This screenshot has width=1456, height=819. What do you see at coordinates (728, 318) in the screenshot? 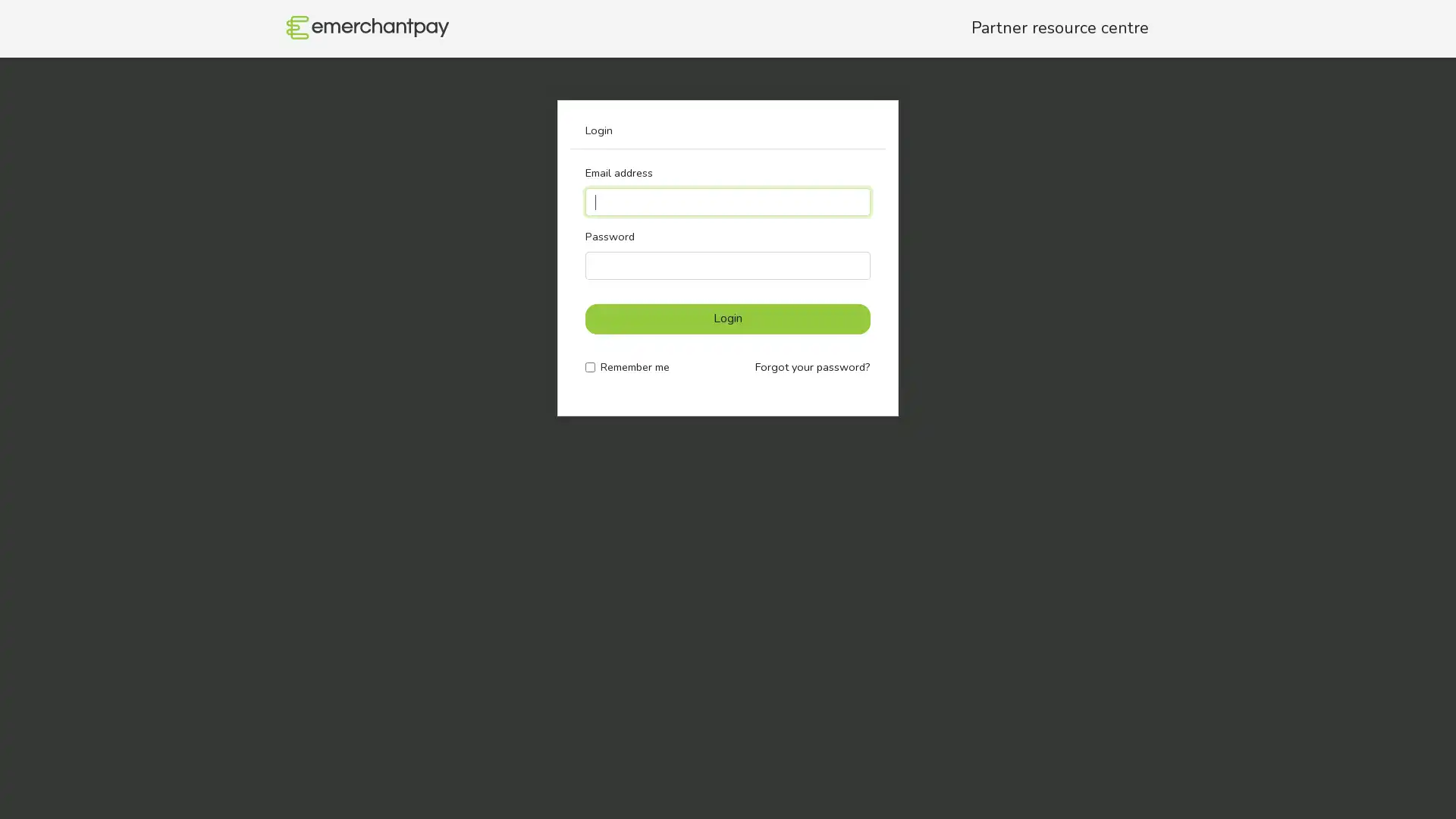
I see `Login` at bounding box center [728, 318].